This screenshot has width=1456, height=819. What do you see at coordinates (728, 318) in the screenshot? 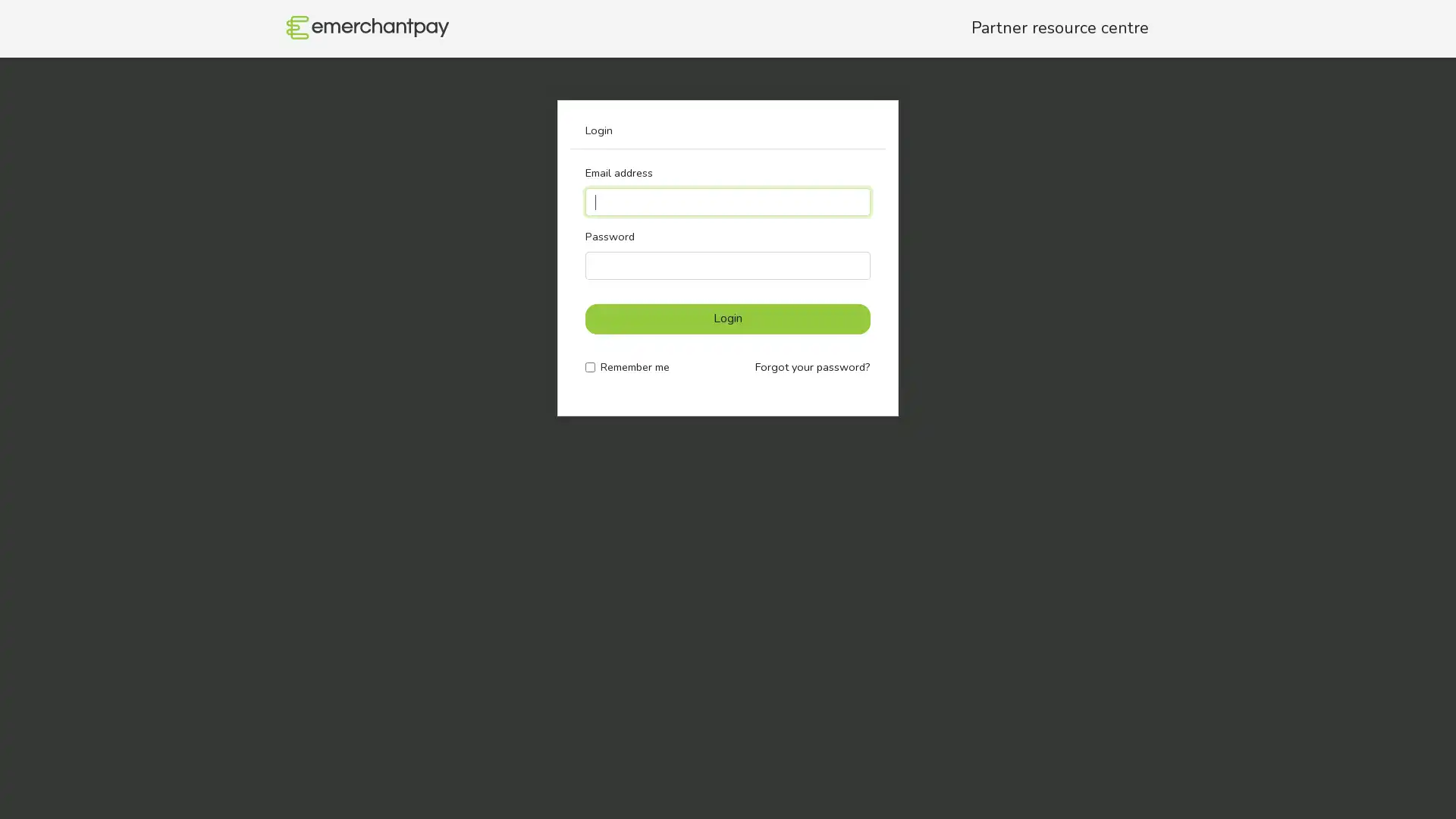
I see `Login` at bounding box center [728, 318].